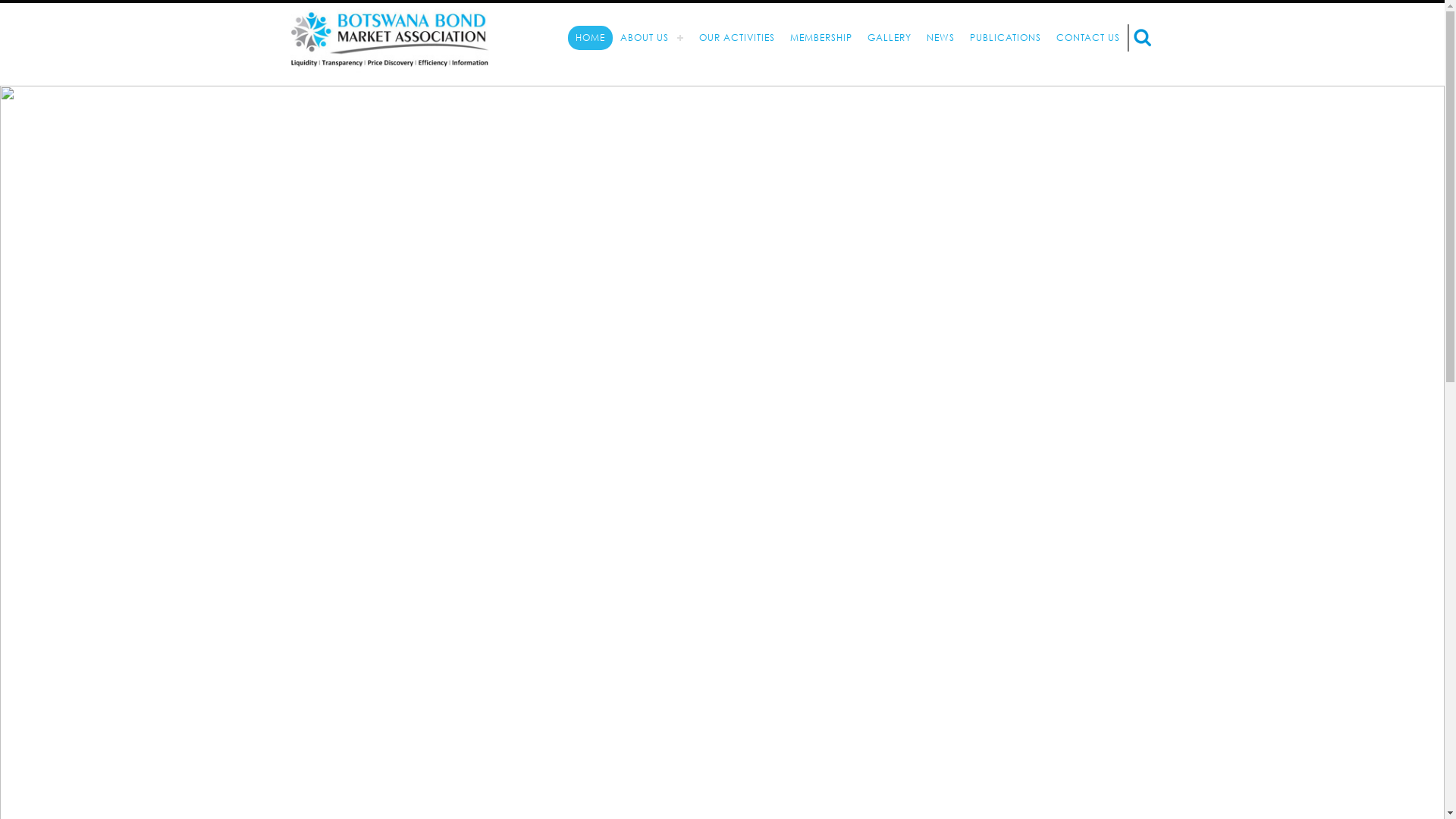 The height and width of the screenshot is (819, 1456). I want to click on 'MEMBERSHIP', so click(821, 37).